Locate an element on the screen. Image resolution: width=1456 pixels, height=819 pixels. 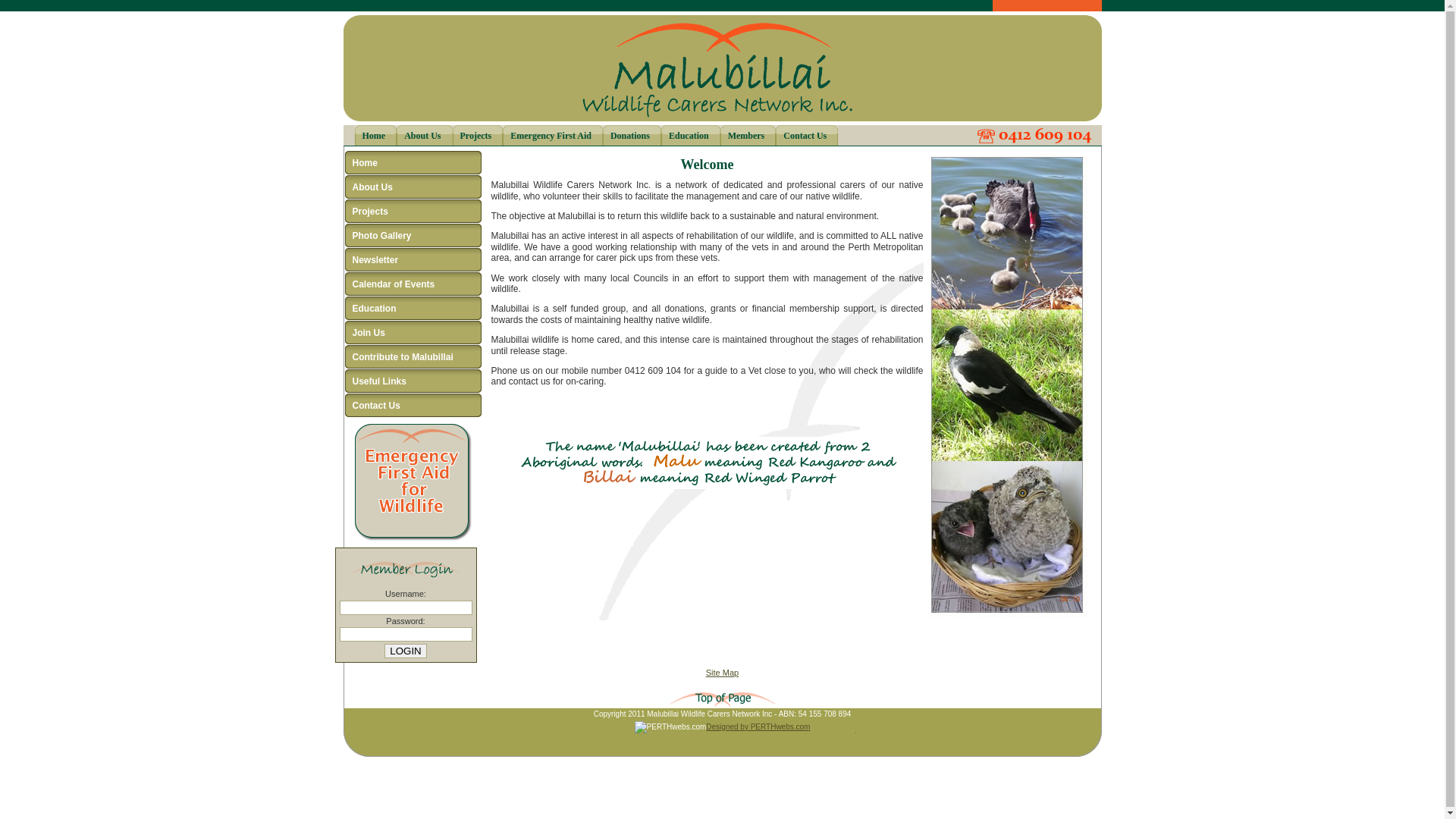
'Contribute to Malubillai' is located at coordinates (344, 356).